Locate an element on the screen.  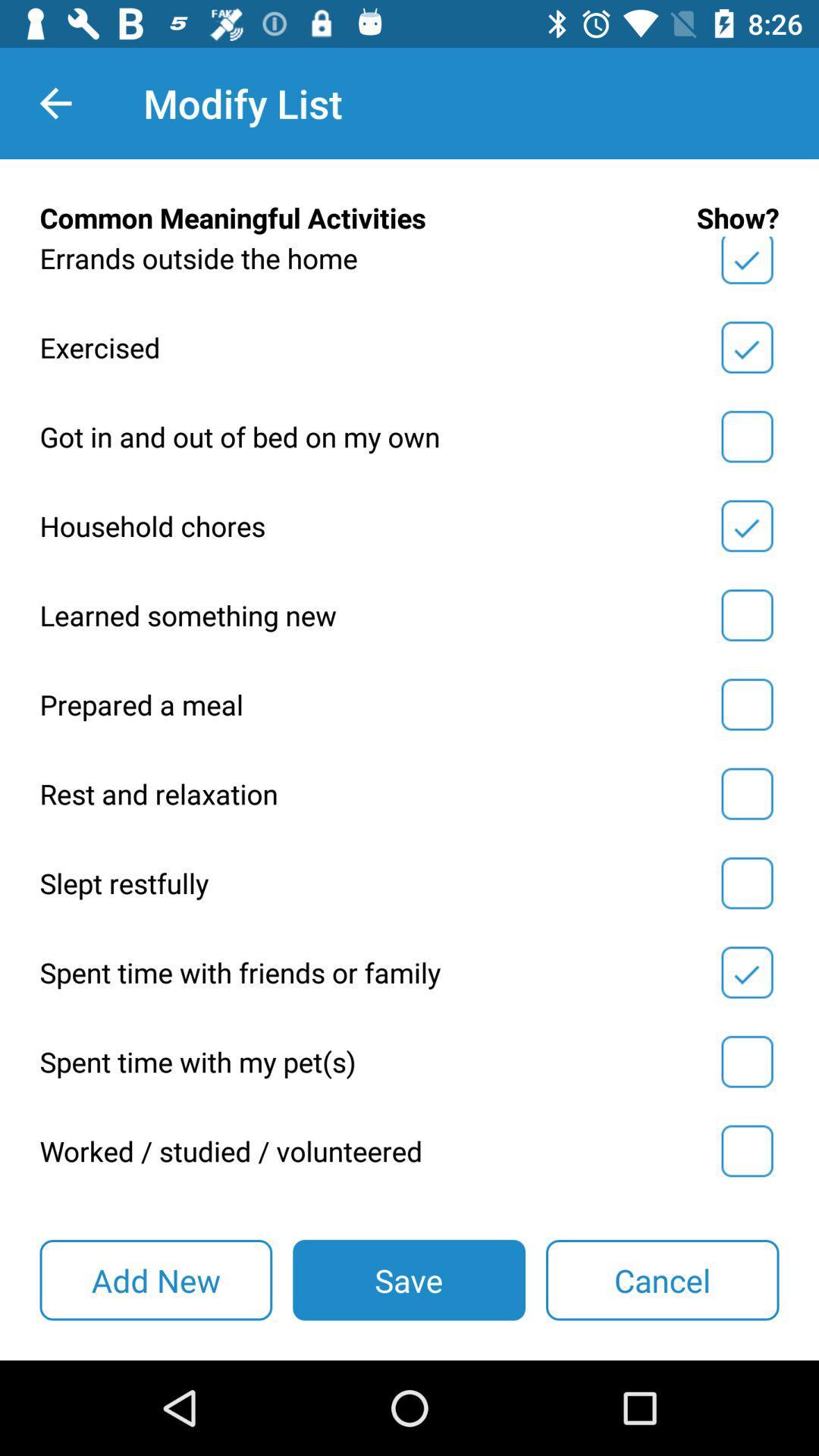
icon to the left of cancel item is located at coordinates (408, 1279).